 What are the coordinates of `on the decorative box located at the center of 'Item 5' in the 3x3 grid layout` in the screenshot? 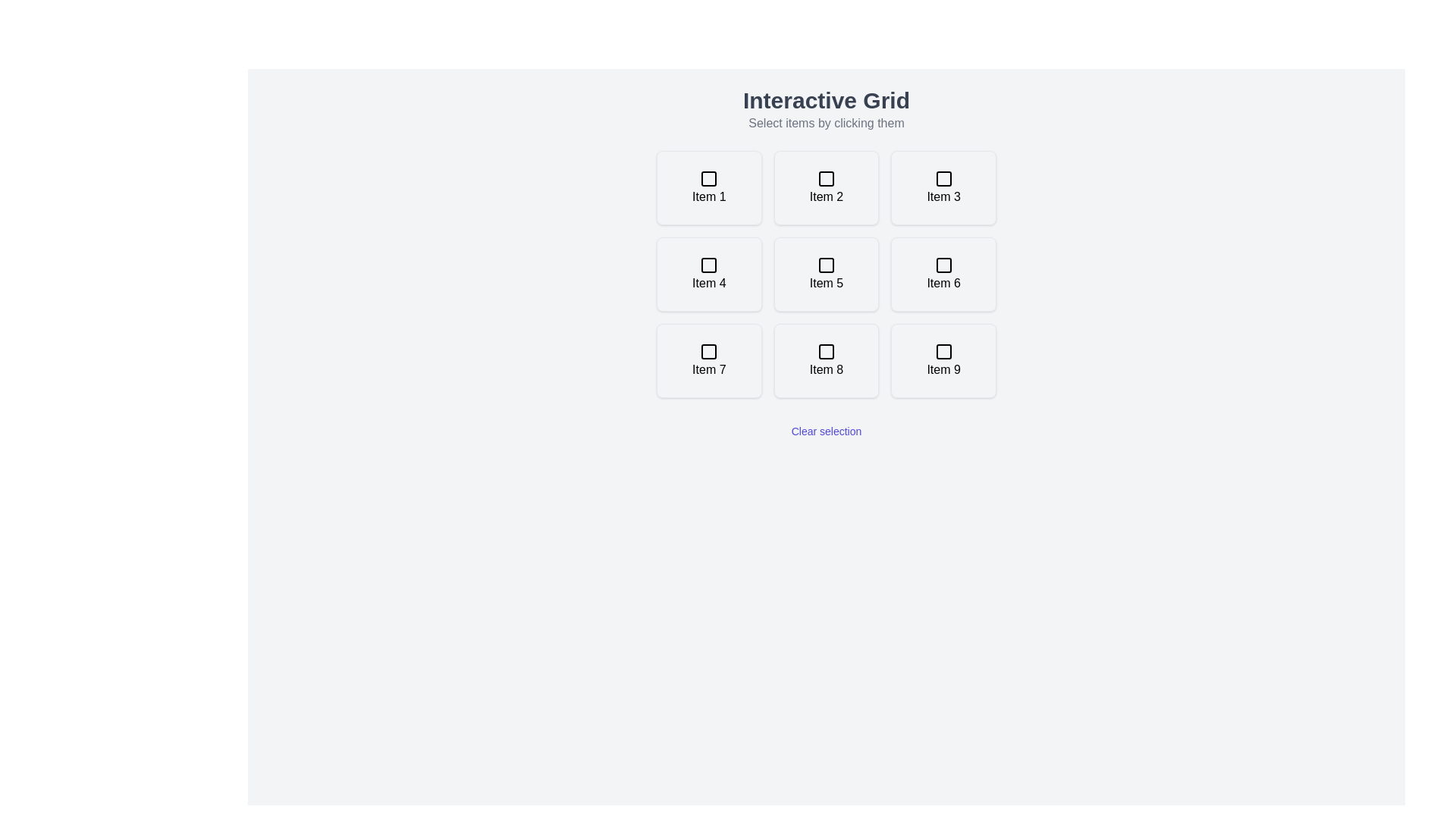 It's located at (825, 265).